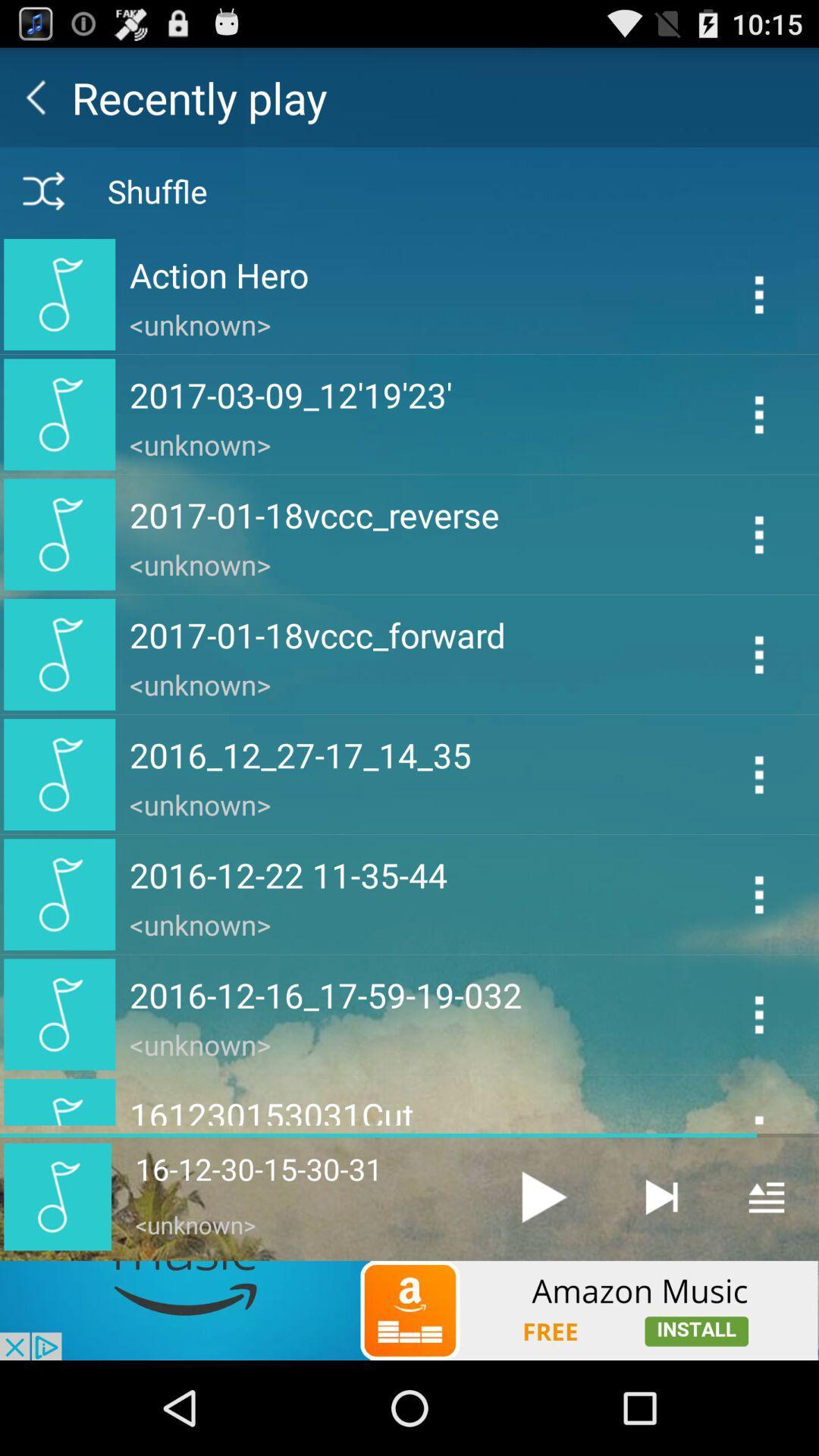  What do you see at coordinates (660, 1196) in the screenshot?
I see `auto player` at bounding box center [660, 1196].